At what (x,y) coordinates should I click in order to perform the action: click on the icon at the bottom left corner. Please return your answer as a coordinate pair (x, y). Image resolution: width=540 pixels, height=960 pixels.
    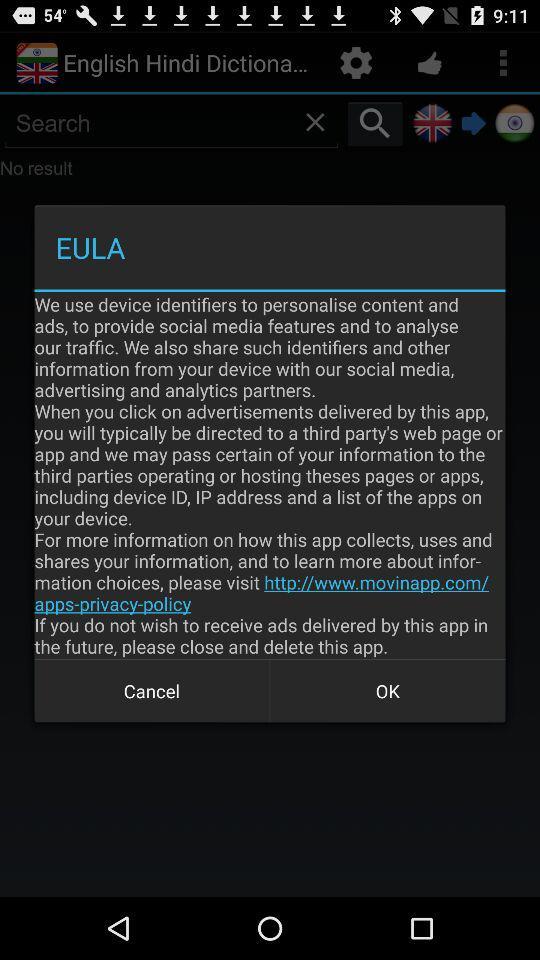
    Looking at the image, I should click on (151, 691).